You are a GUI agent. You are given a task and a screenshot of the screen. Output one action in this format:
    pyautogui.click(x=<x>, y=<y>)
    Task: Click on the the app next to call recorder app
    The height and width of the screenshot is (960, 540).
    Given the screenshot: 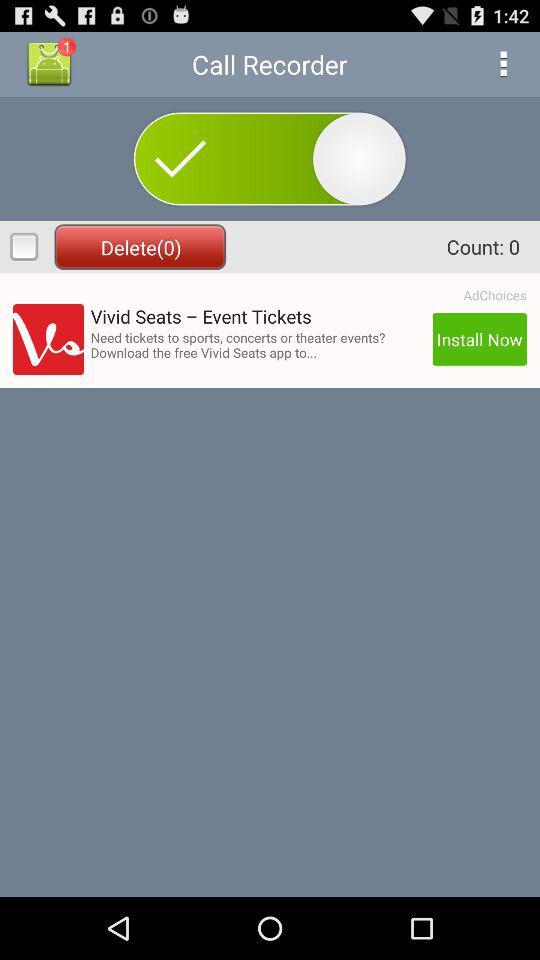 What is the action you would take?
    pyautogui.click(x=502, y=64)
    